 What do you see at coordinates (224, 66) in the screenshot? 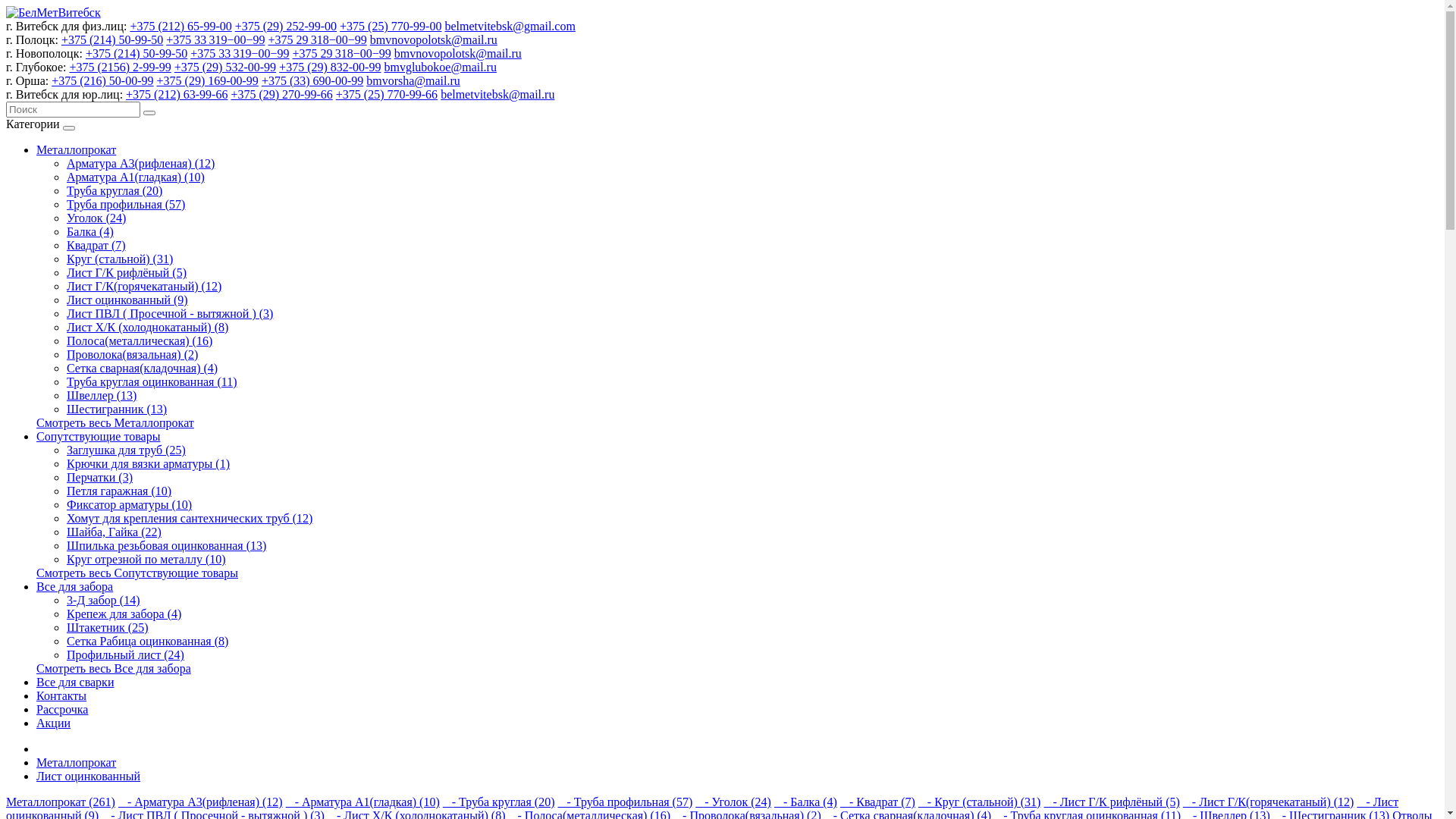
I see `'+375 (29) 532-00-99'` at bounding box center [224, 66].